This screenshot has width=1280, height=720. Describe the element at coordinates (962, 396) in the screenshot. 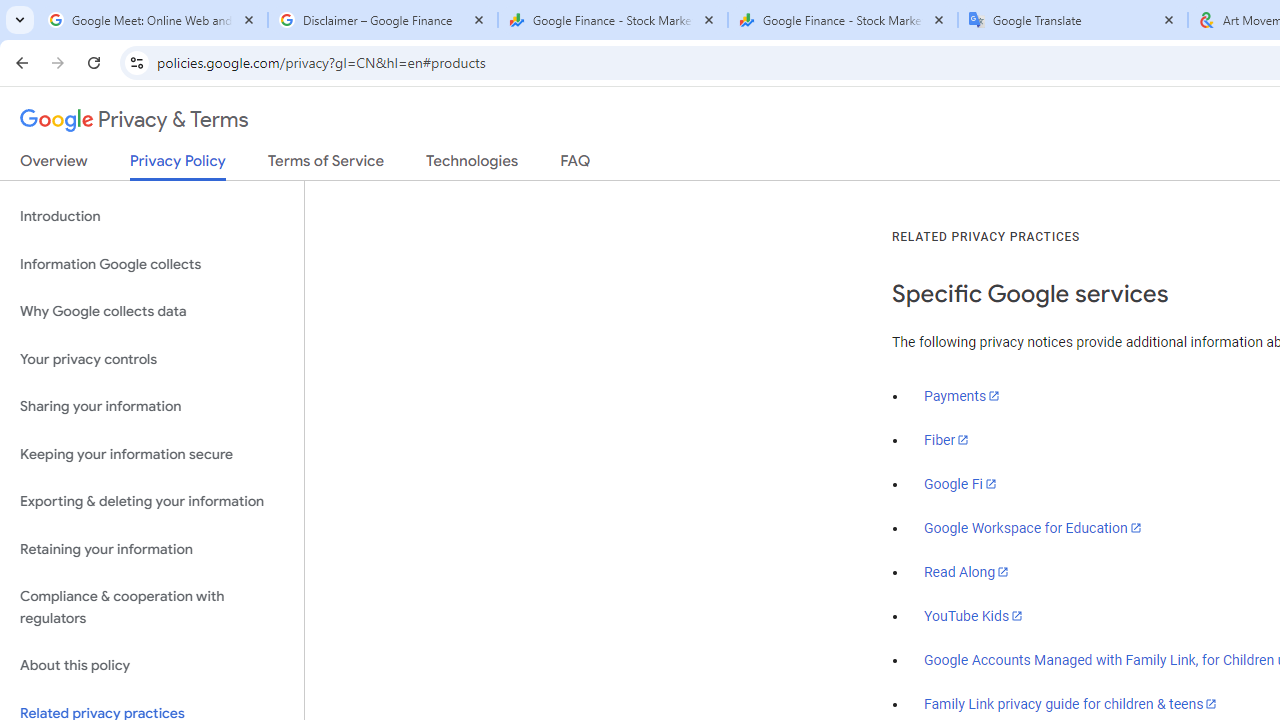

I see `'Payments'` at that location.